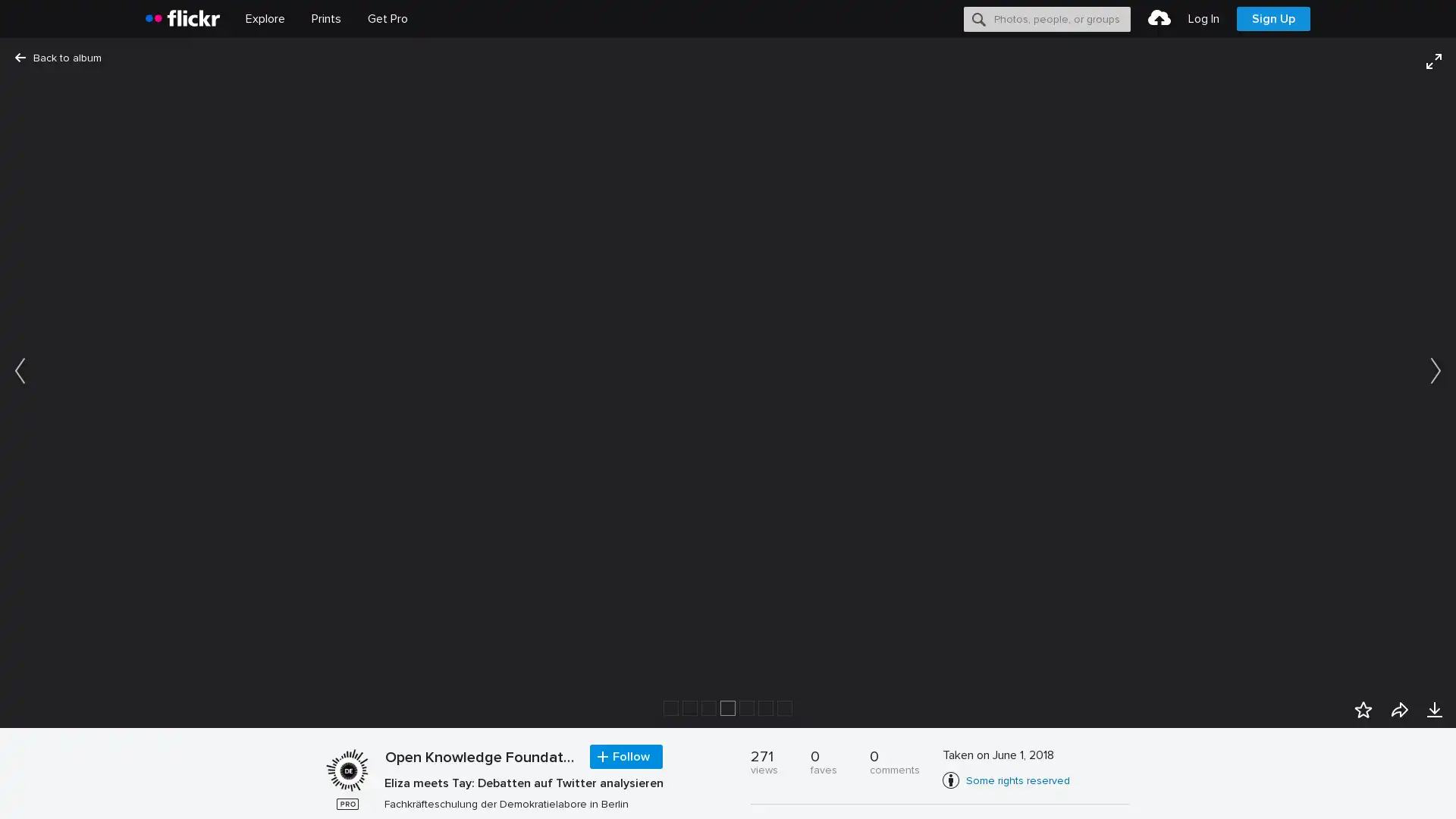  I want to click on Search, so click(979, 18).